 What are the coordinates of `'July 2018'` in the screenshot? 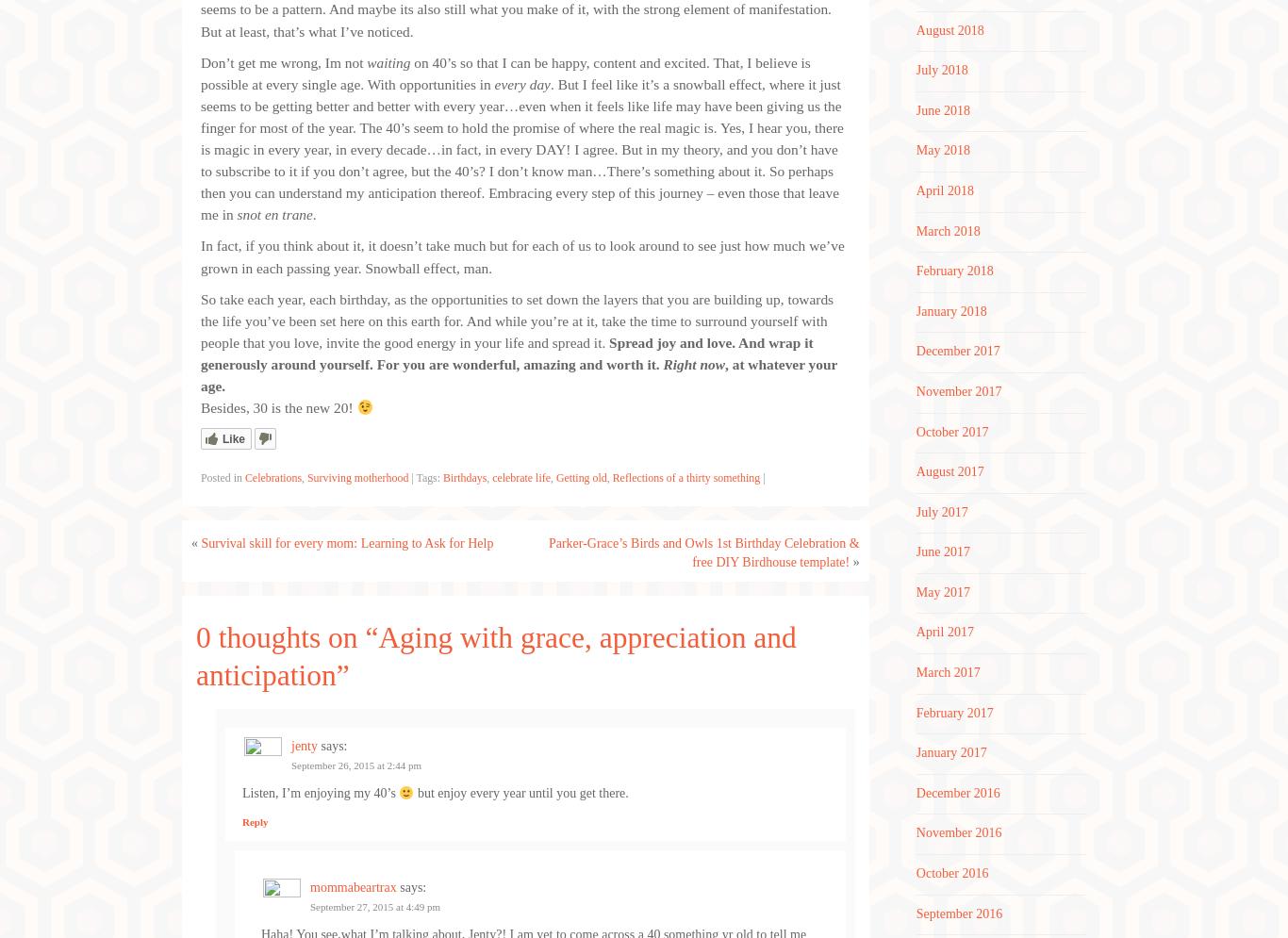 It's located at (915, 69).